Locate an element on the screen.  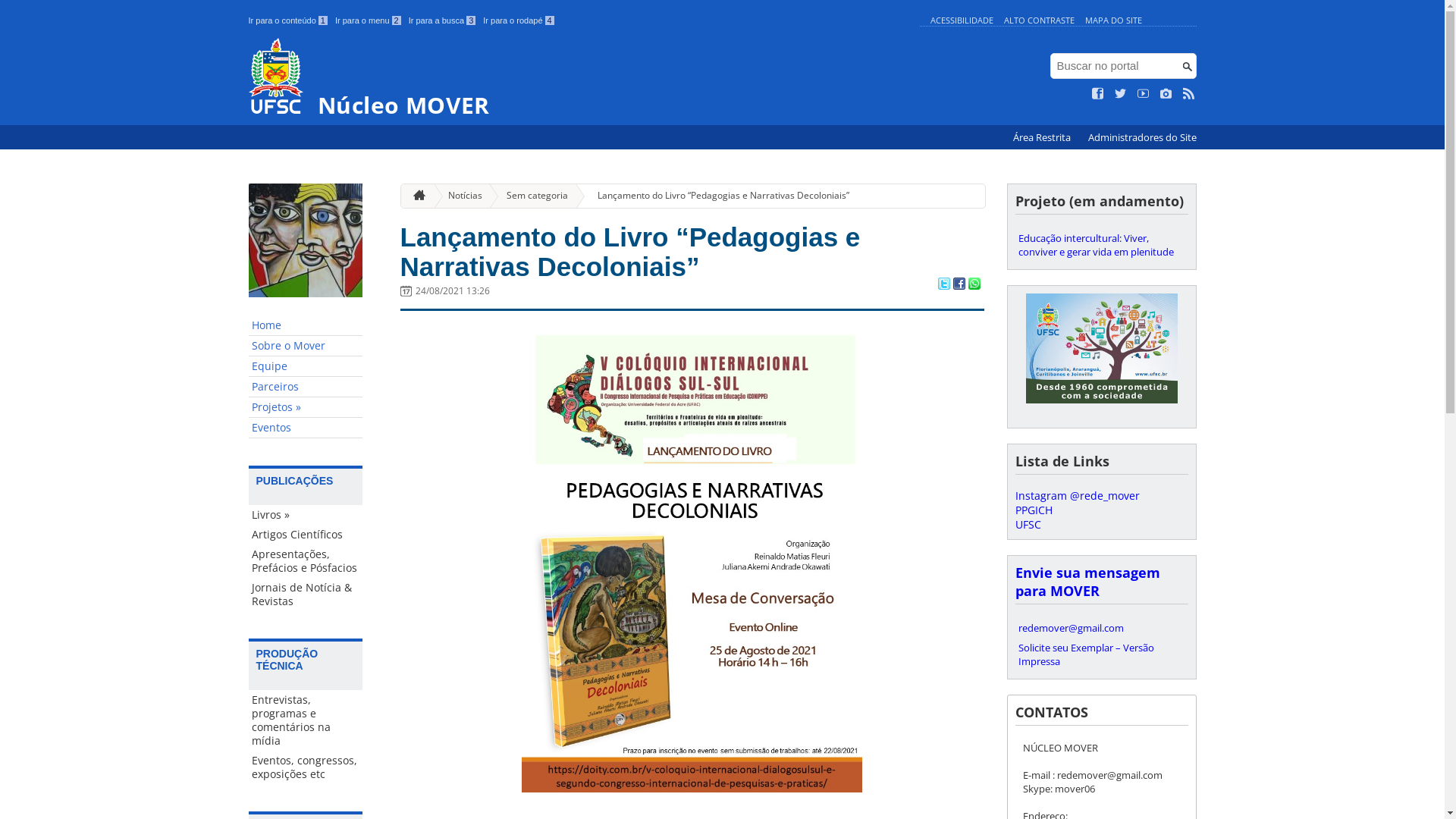
'Envie sua mensagem para MOVER' is located at coordinates (1086, 581).